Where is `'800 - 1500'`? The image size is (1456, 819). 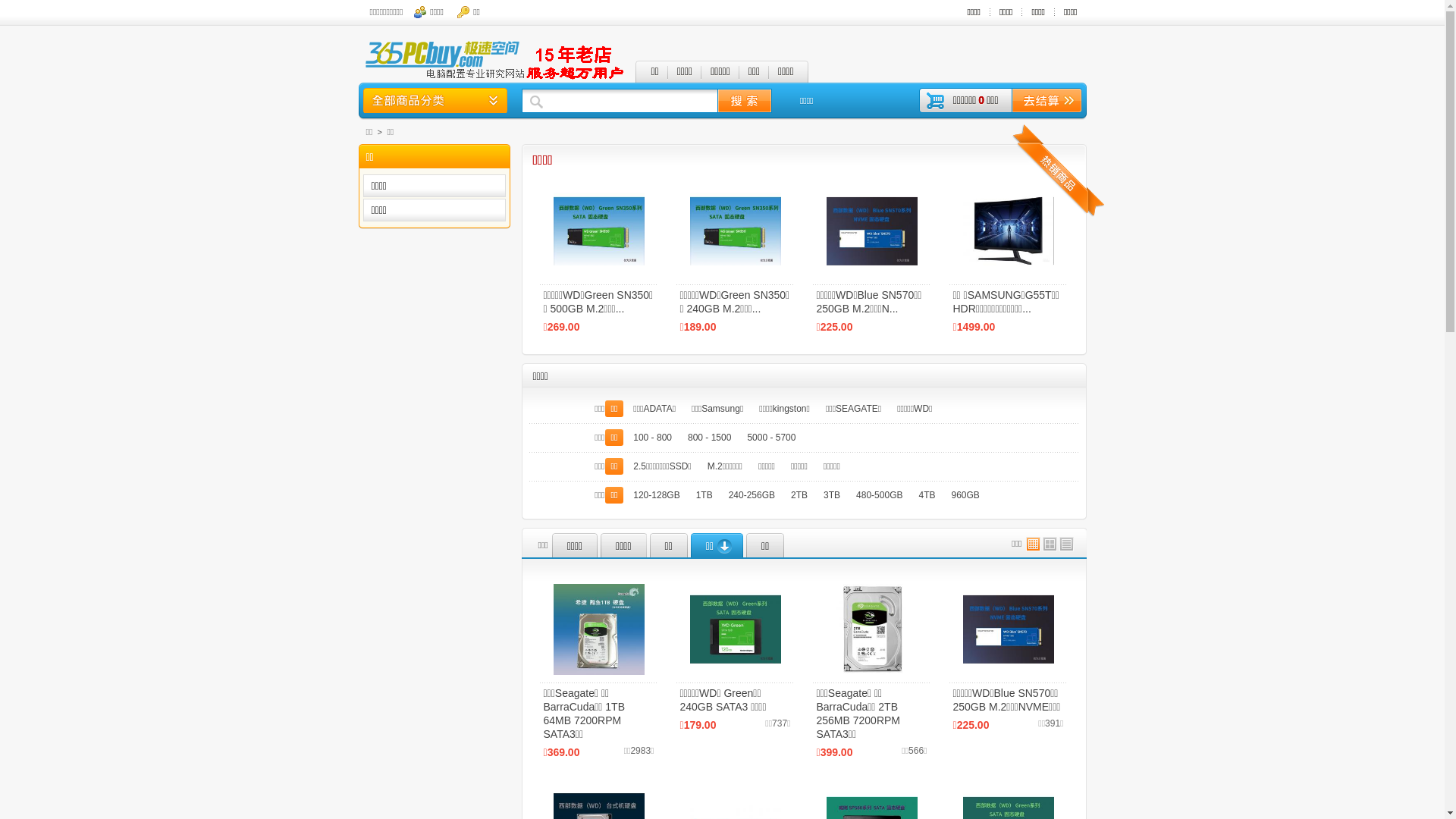 '800 - 1500' is located at coordinates (708, 438).